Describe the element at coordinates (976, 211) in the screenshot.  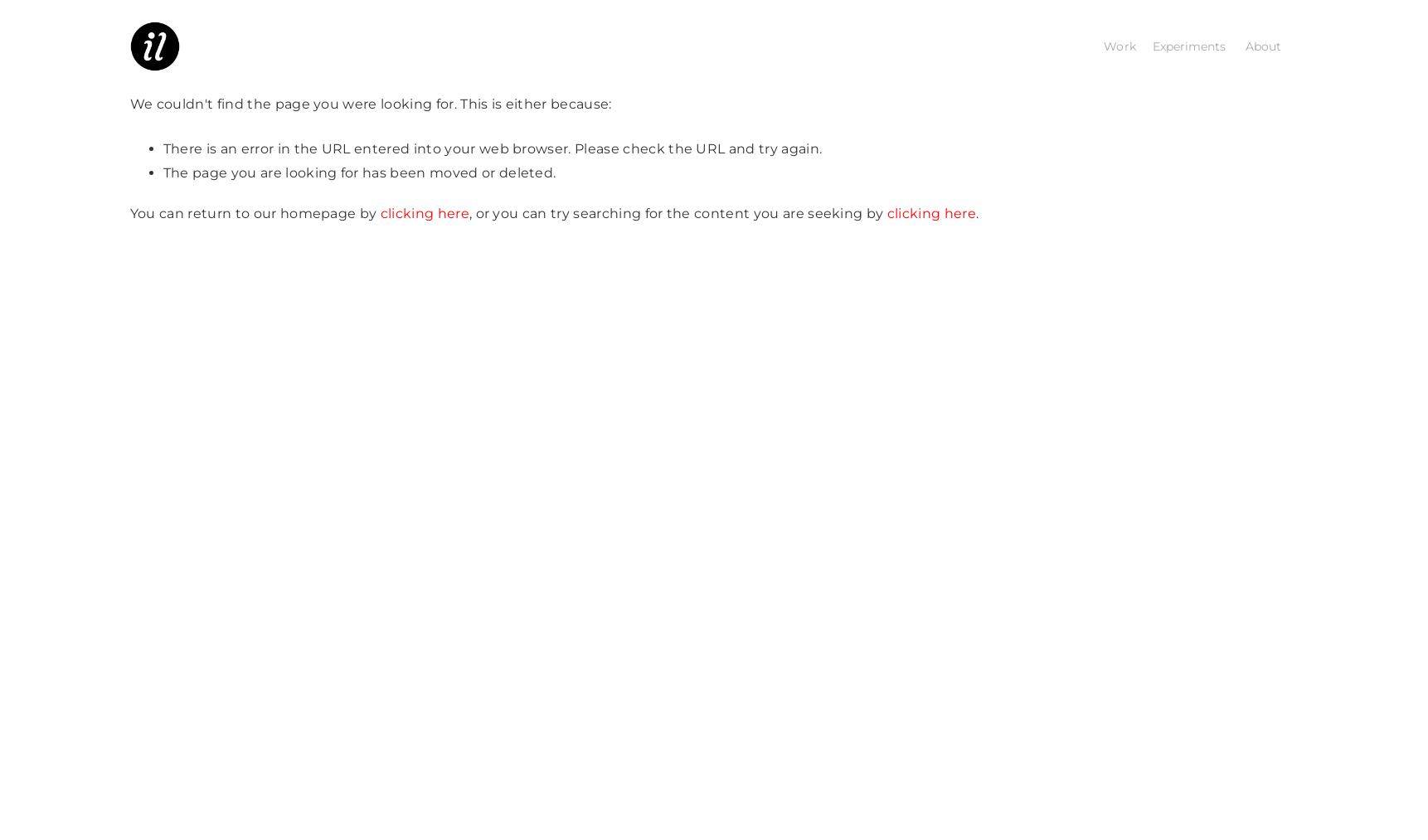
I see `'.'` at that location.